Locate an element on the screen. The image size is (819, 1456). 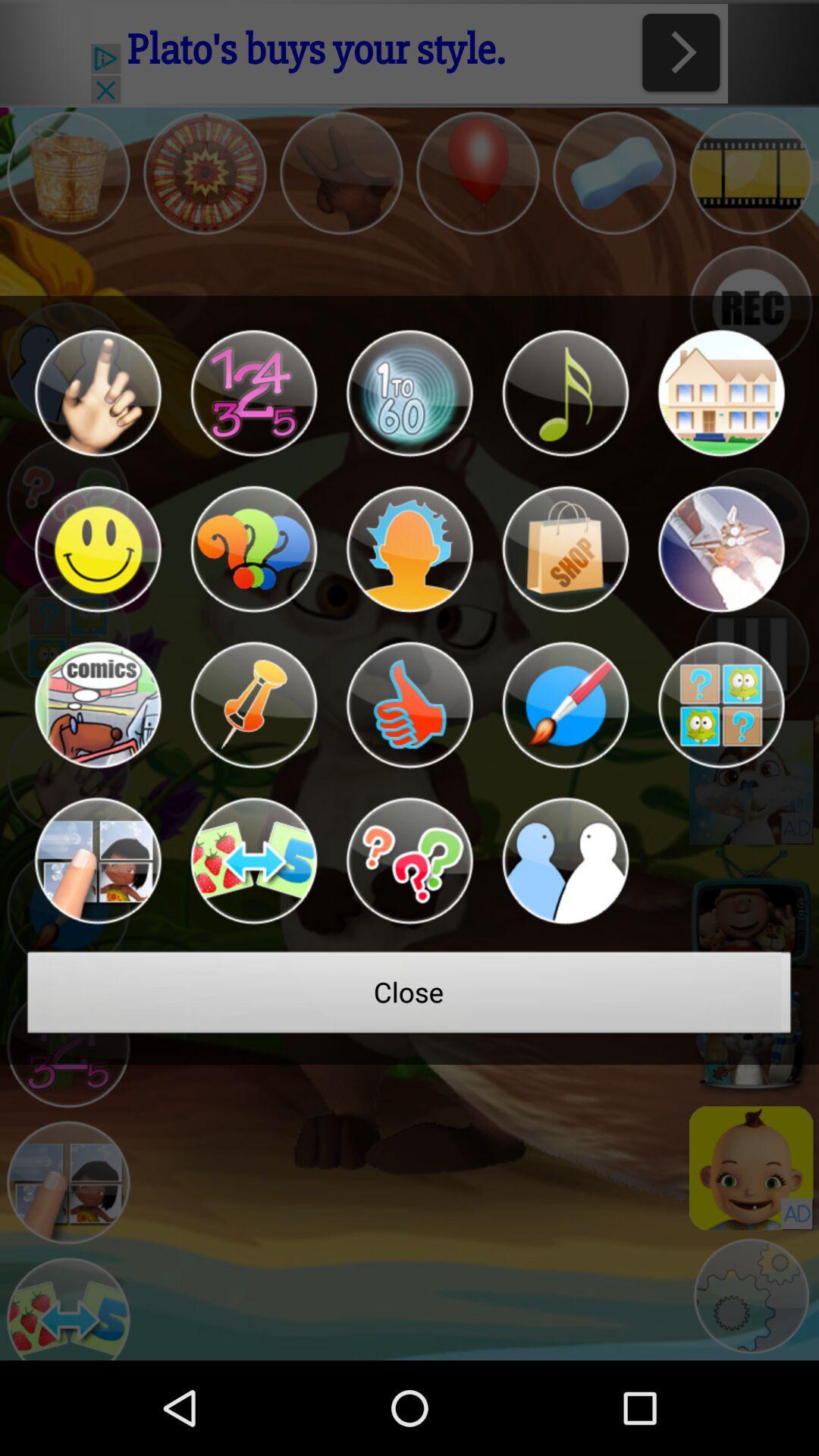
icon is located at coordinates (97, 704).